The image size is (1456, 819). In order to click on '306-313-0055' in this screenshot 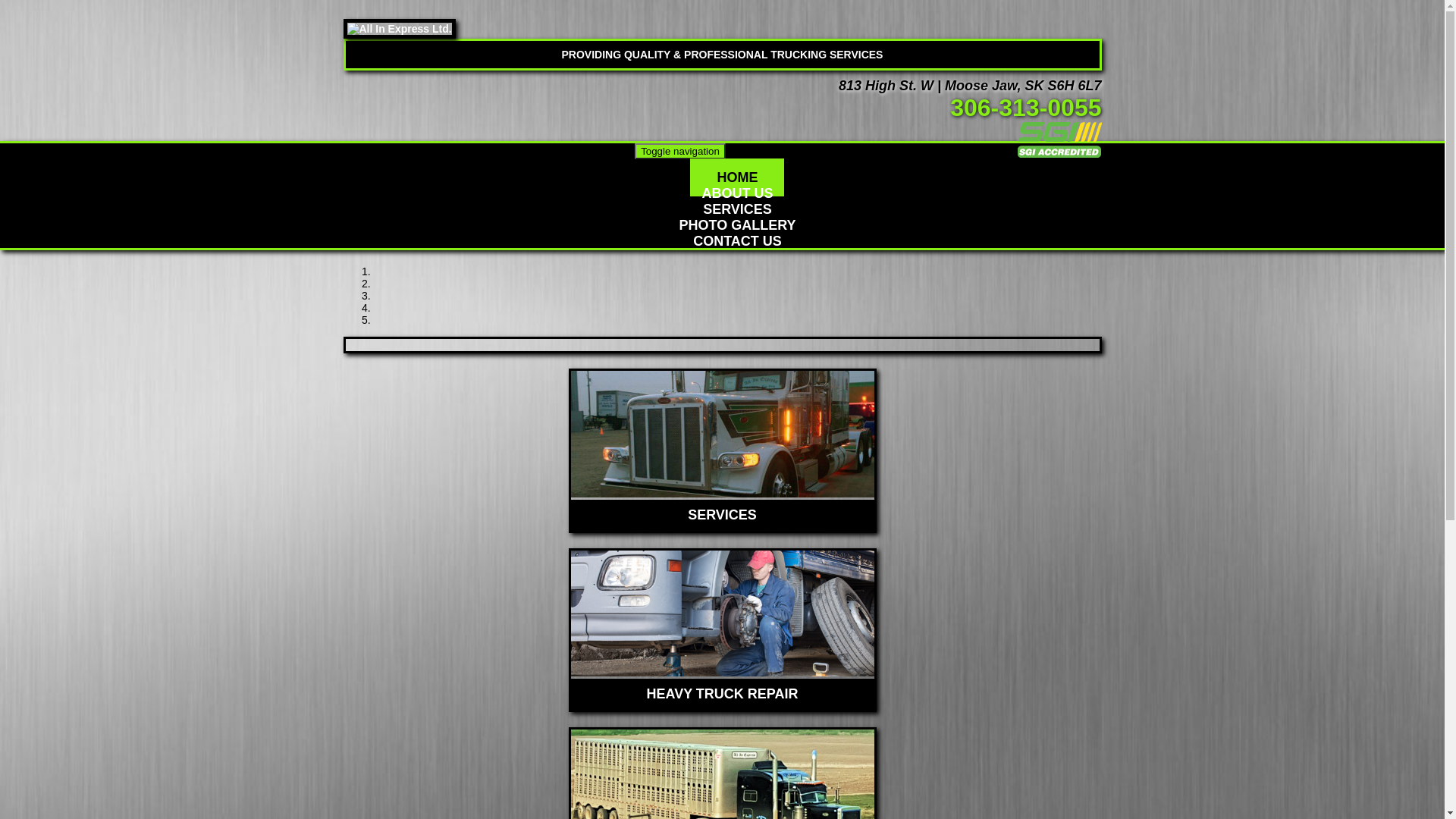, I will do `click(1025, 107)`.